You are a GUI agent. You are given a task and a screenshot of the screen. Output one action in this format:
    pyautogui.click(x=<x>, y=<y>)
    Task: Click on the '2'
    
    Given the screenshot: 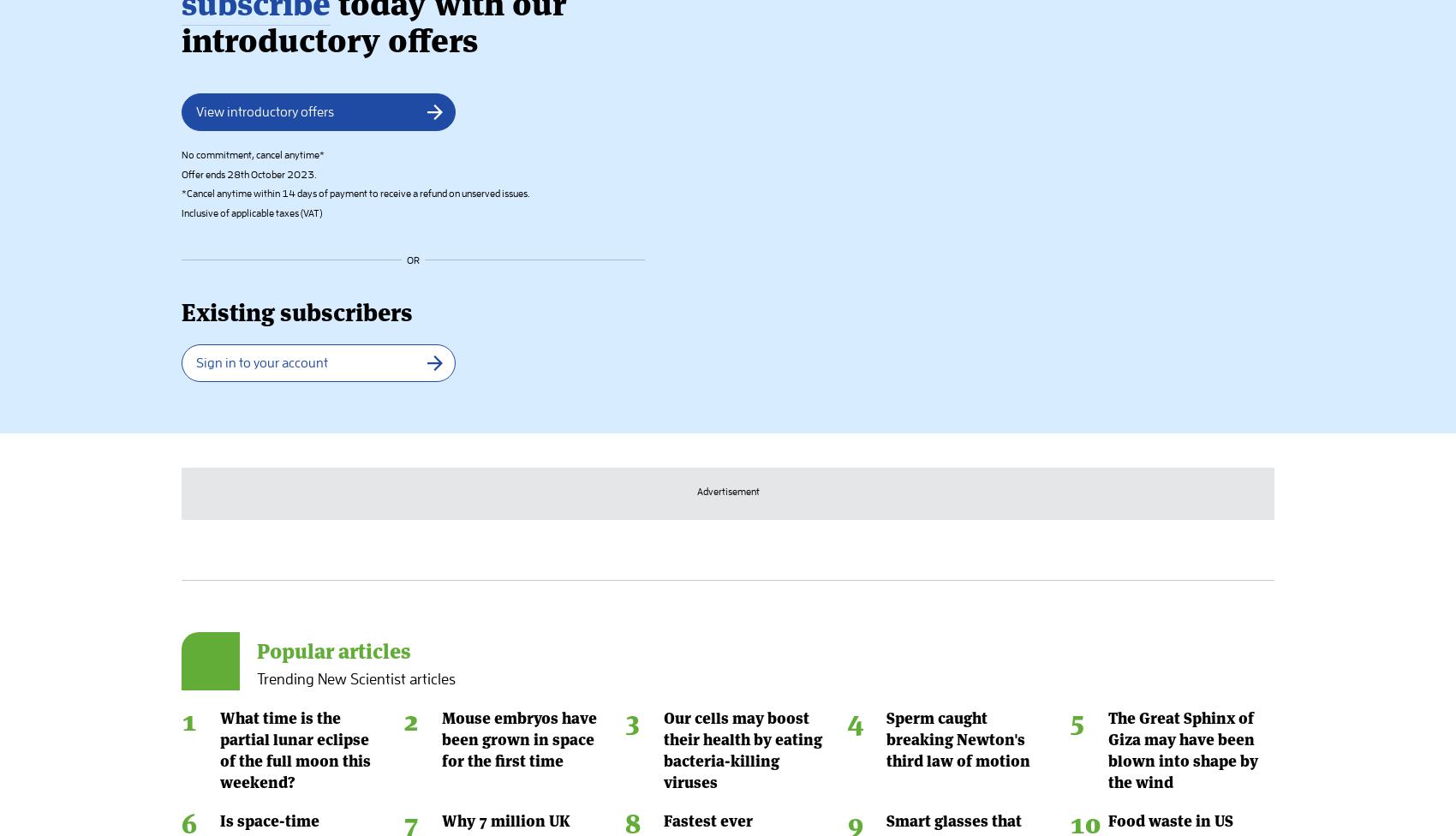 What is the action you would take?
    pyautogui.click(x=411, y=52)
    